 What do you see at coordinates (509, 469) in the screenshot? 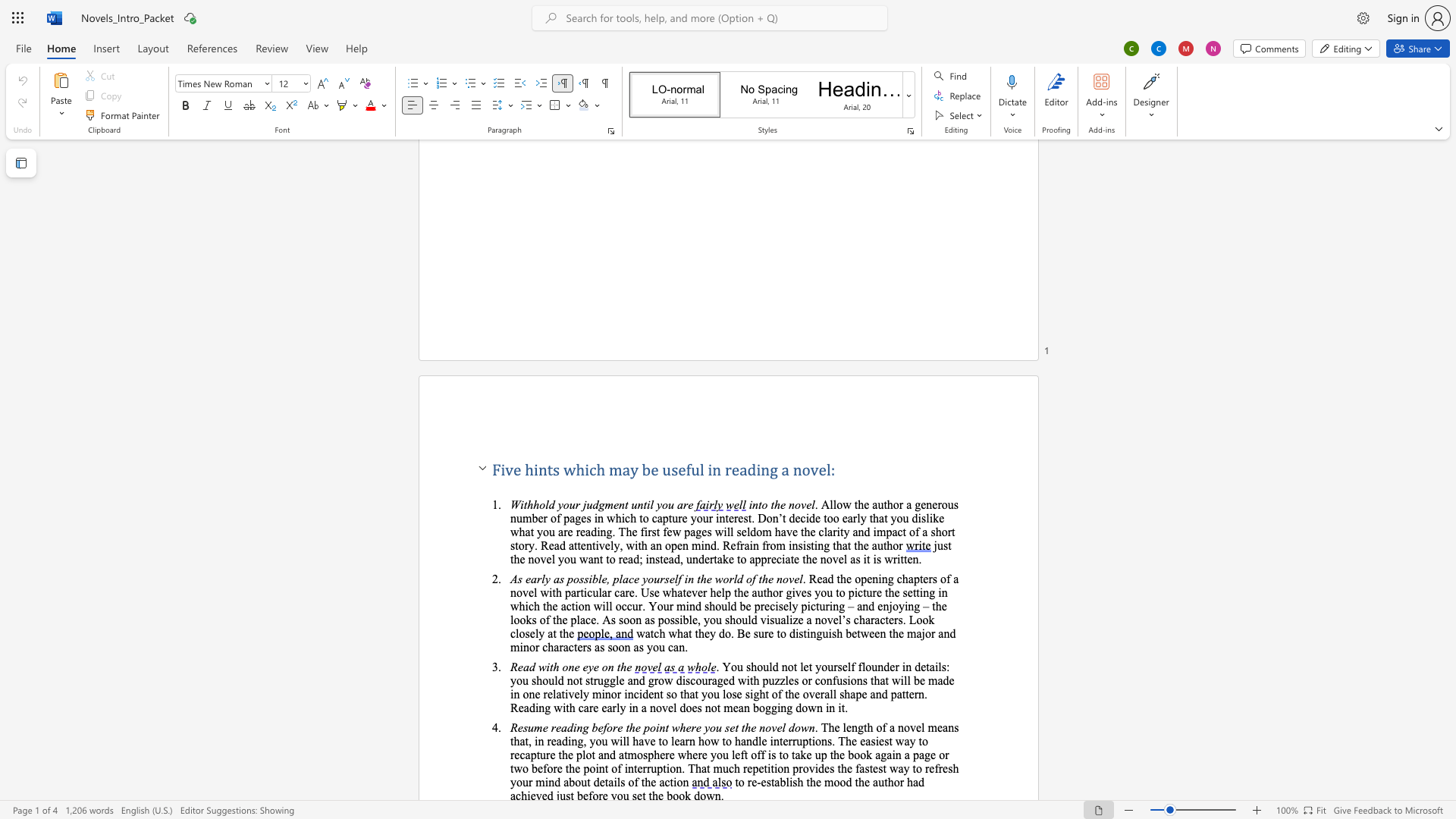
I see `the 1th character "v" in the text` at bounding box center [509, 469].